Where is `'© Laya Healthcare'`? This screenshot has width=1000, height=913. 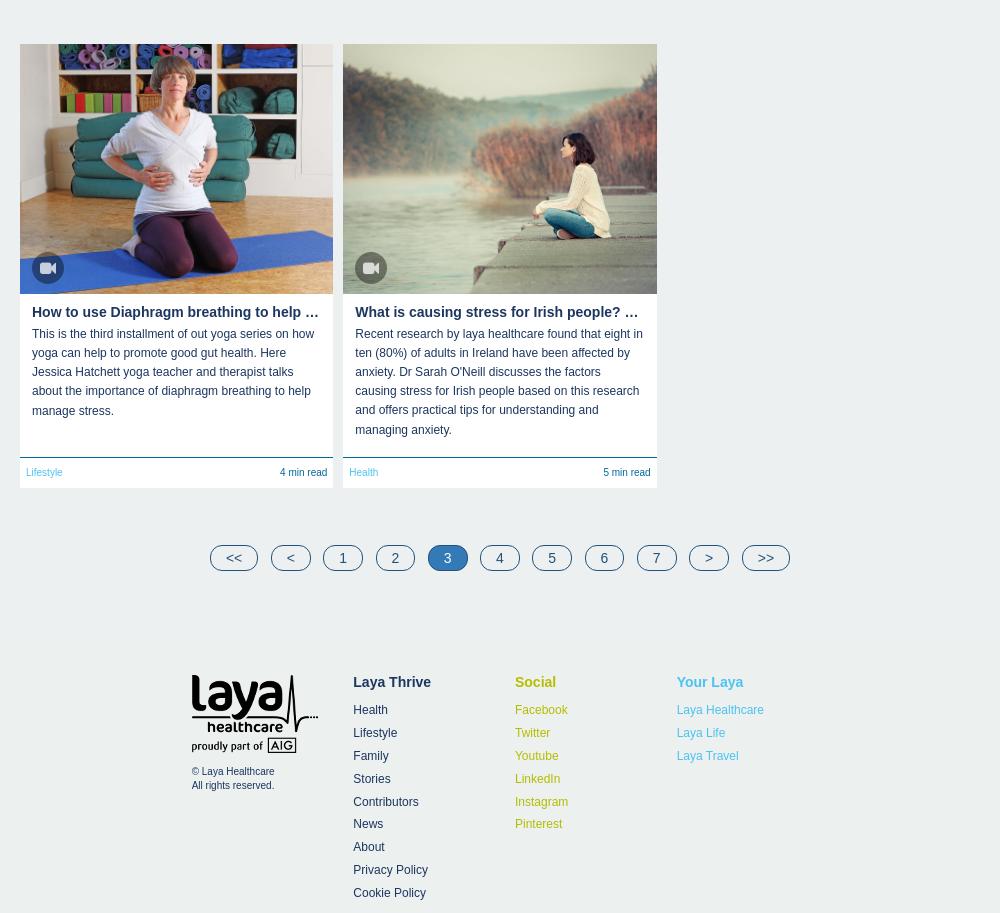 '© Laya Healthcare' is located at coordinates (231, 770).